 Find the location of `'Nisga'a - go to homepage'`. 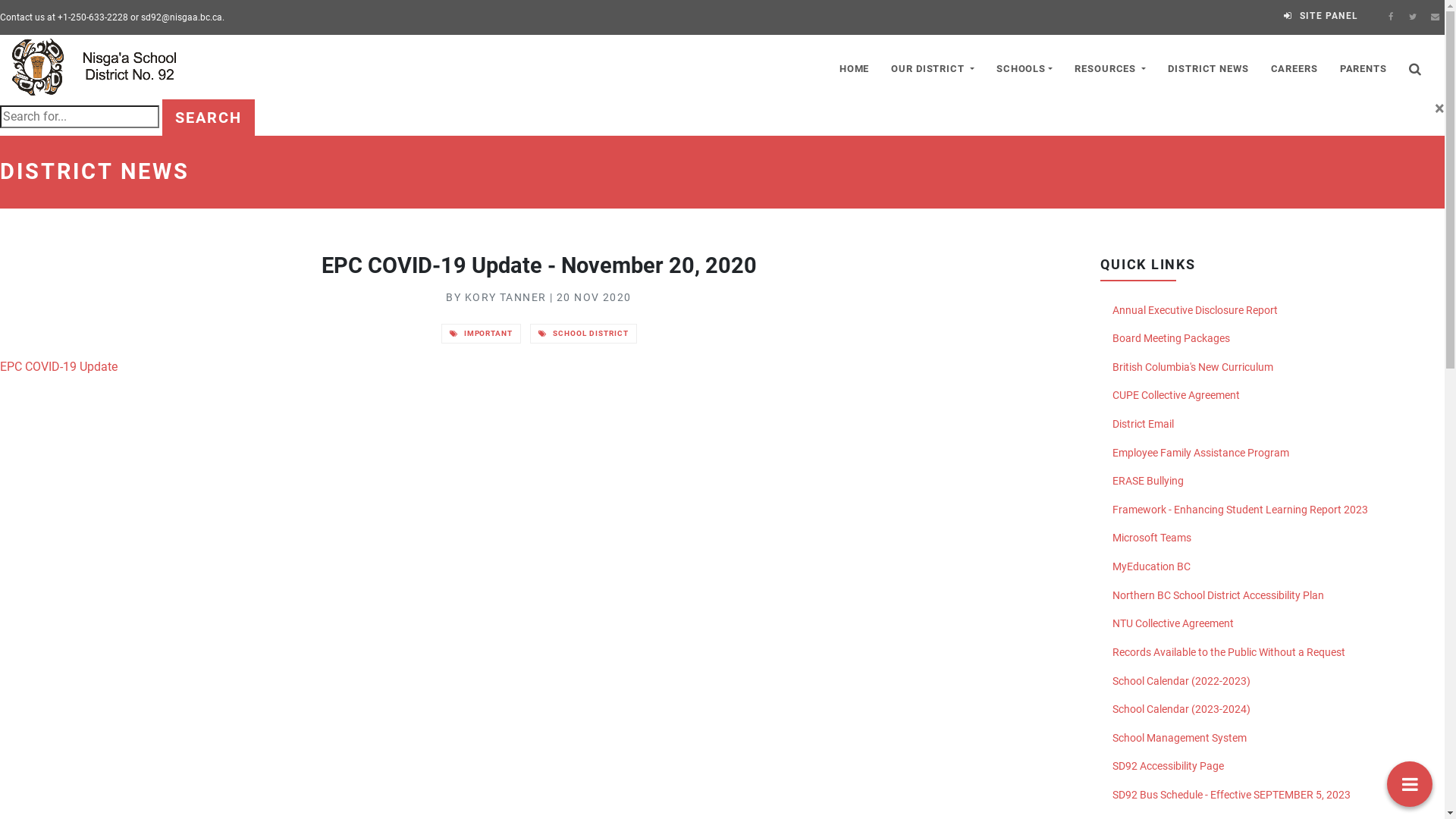

'Nisga'a - go to homepage' is located at coordinates (102, 66).